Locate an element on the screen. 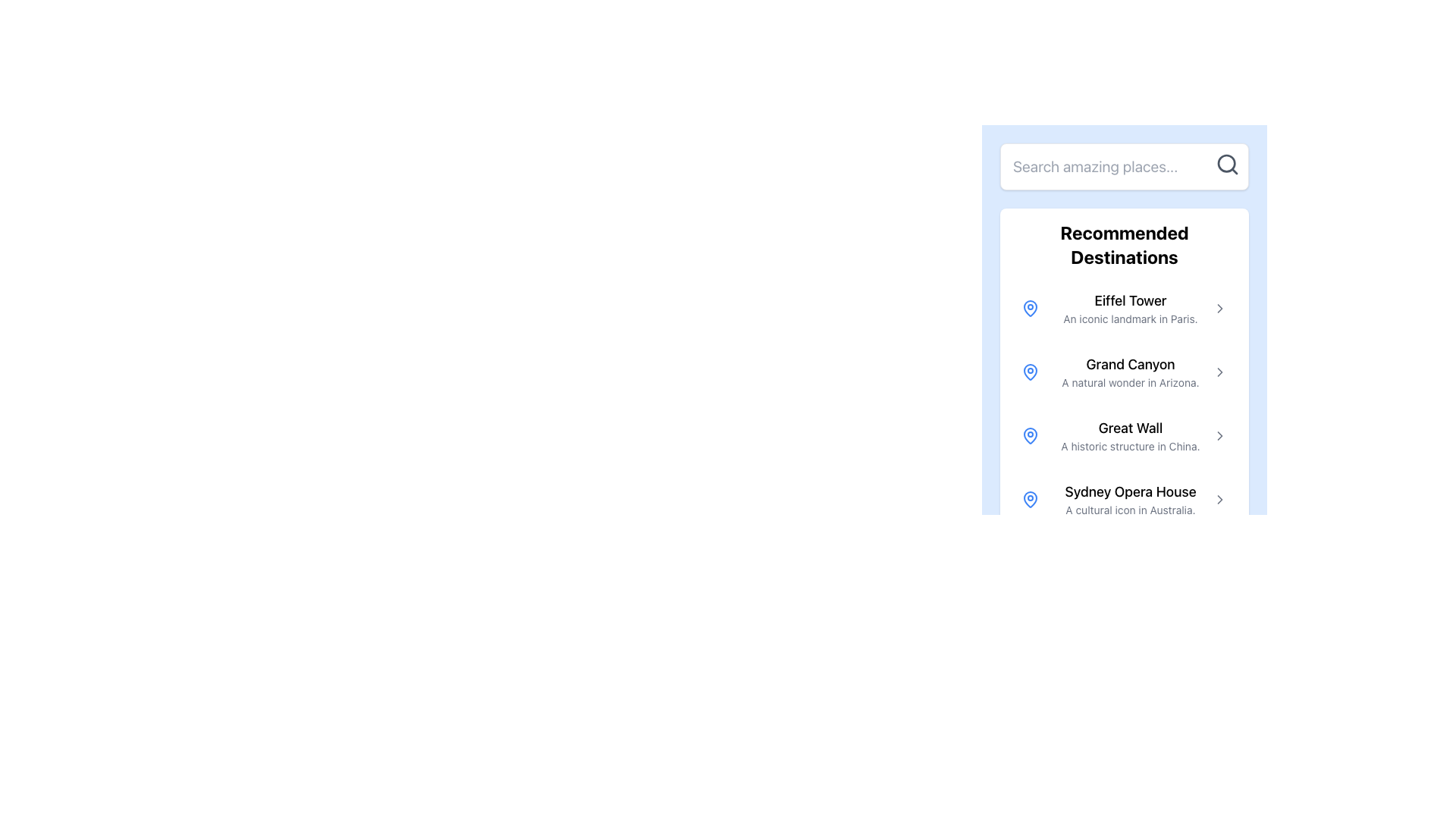 The image size is (1456, 819). the icon located on the far-right side of the entry labeled 'Great Wall' in the 'Recommended Destinations' list is located at coordinates (1219, 435).